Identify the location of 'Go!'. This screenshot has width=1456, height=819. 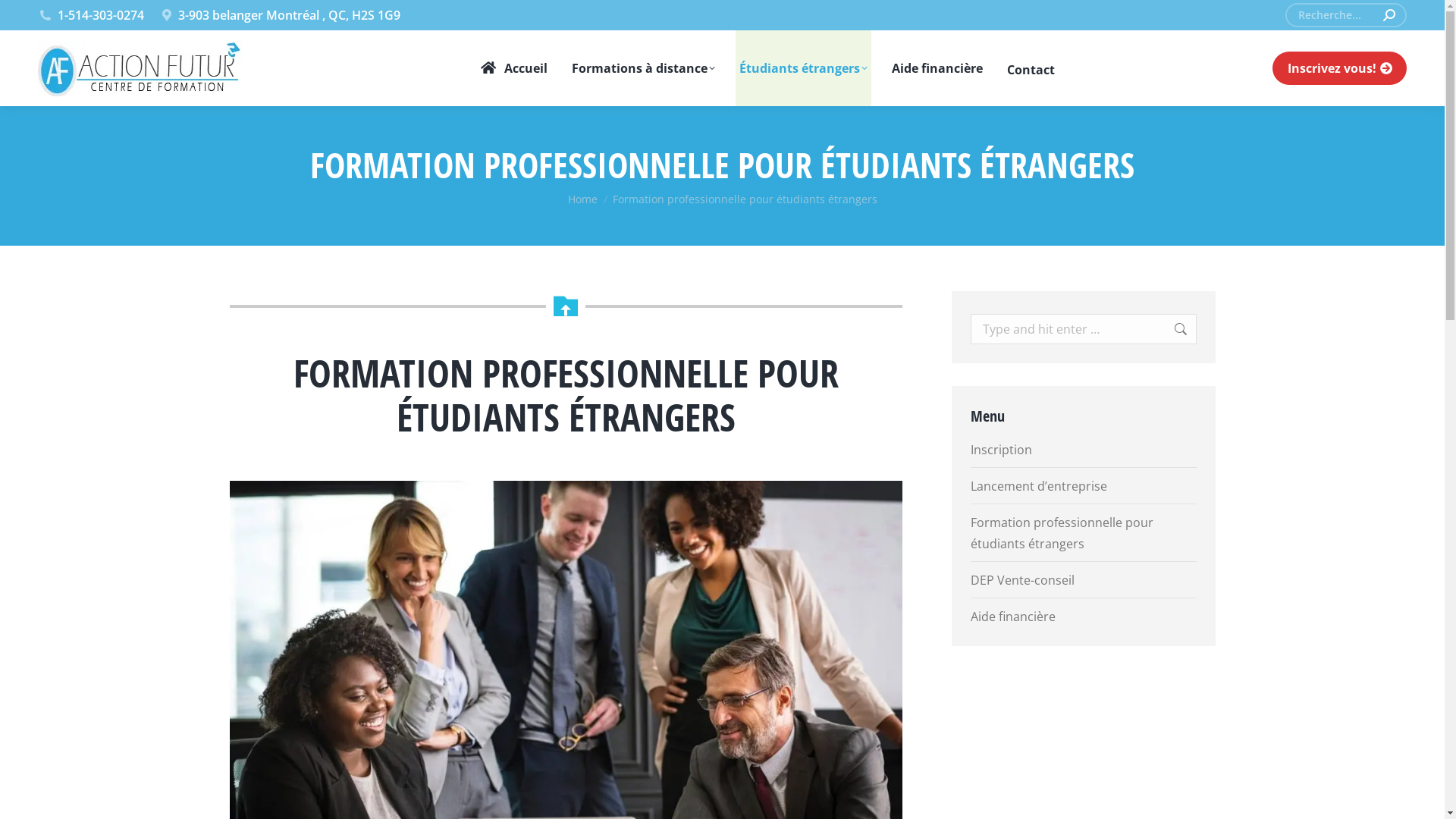
(1164, 328).